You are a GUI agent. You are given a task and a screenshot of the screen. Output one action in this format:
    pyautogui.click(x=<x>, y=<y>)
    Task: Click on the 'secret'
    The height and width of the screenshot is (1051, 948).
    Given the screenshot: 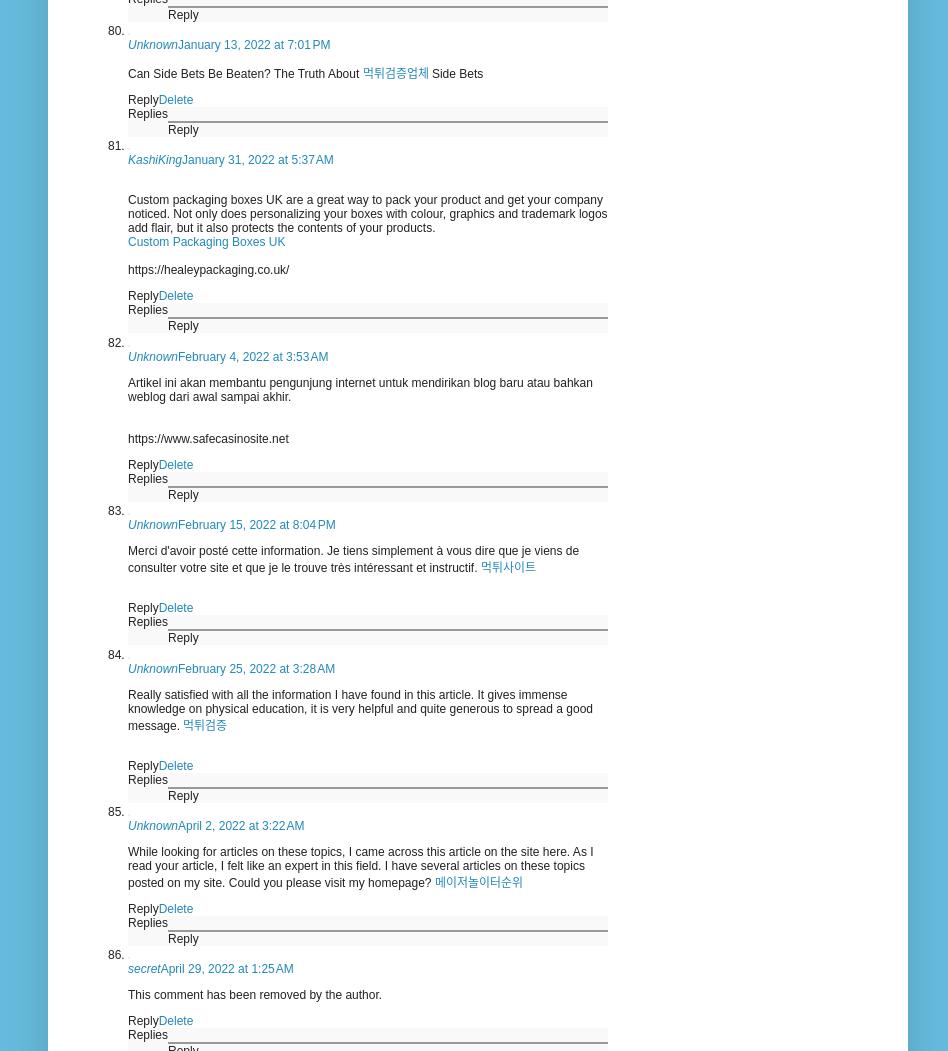 What is the action you would take?
    pyautogui.click(x=143, y=968)
    